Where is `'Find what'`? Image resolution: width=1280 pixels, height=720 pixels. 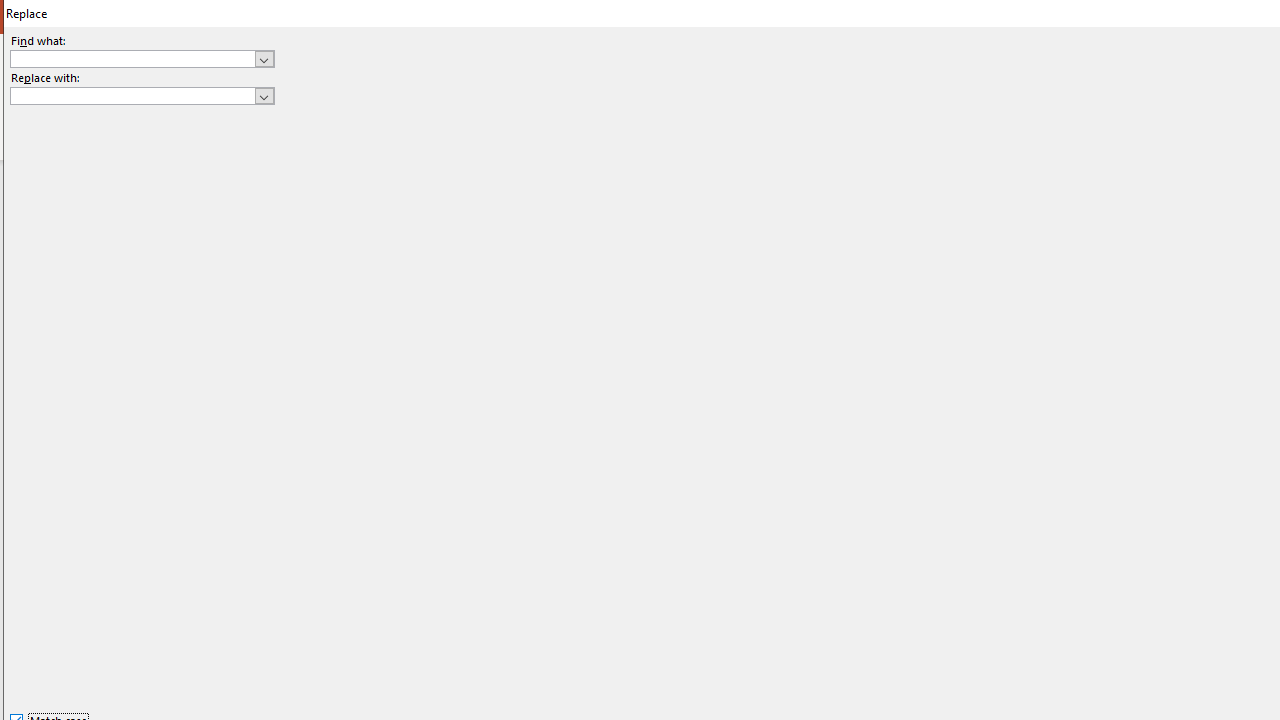
'Find what' is located at coordinates (141, 57).